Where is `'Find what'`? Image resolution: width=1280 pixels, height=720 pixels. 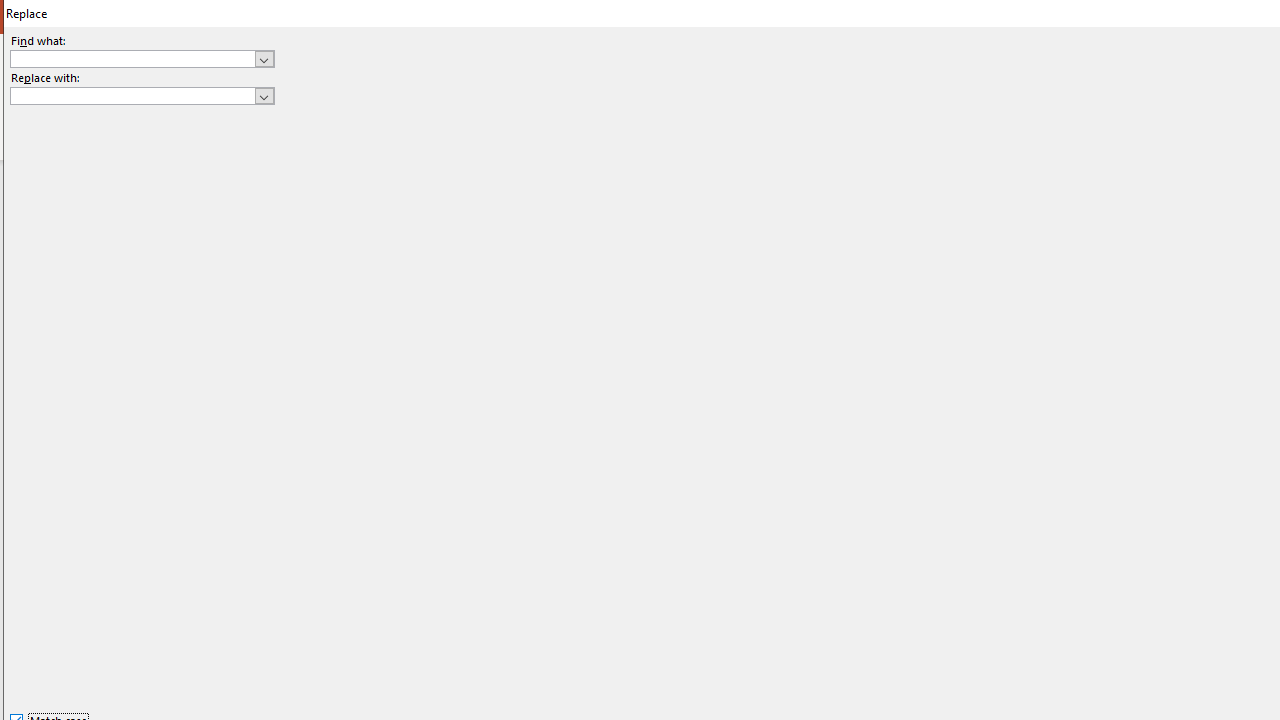
'Find what' is located at coordinates (141, 57).